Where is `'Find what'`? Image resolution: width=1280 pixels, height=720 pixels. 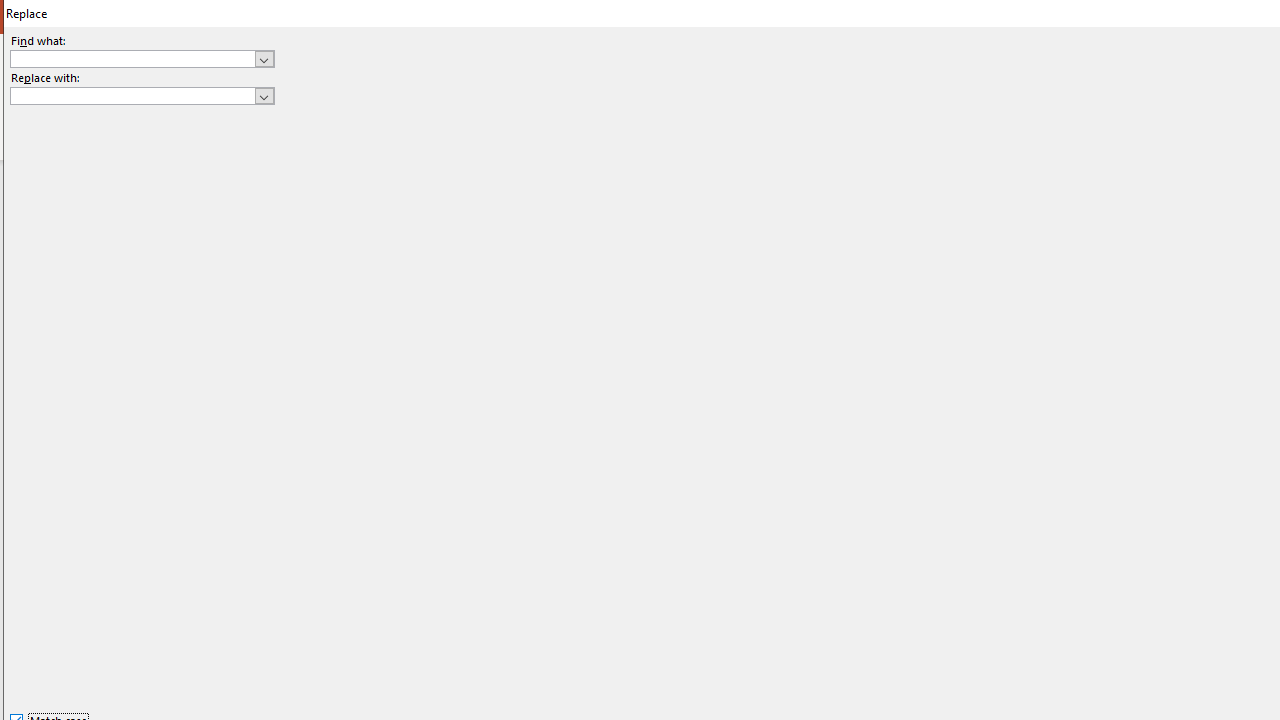
'Find what' is located at coordinates (141, 57).